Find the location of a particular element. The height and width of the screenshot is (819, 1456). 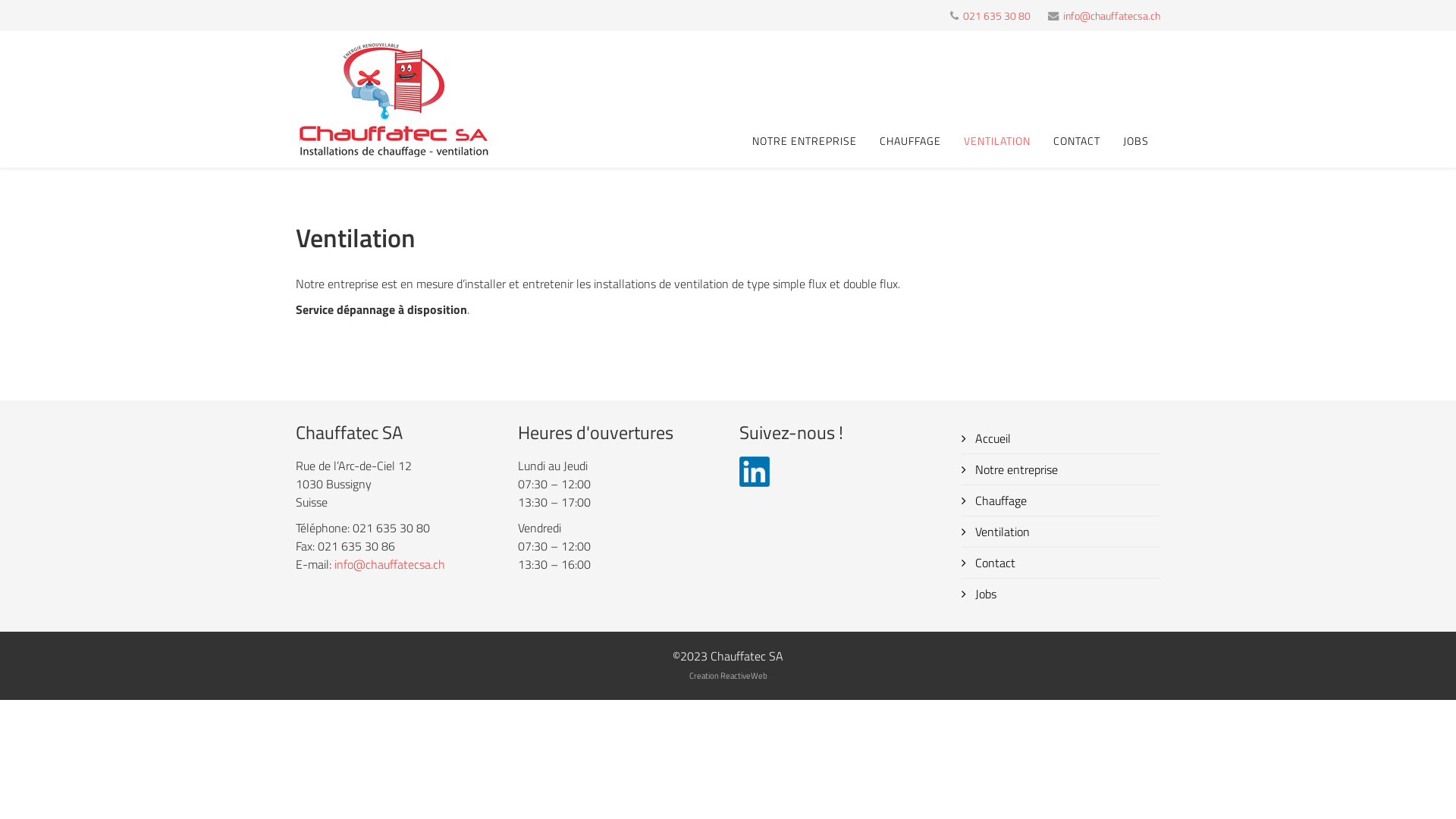

'Notre entreprise' is located at coordinates (1060, 468).